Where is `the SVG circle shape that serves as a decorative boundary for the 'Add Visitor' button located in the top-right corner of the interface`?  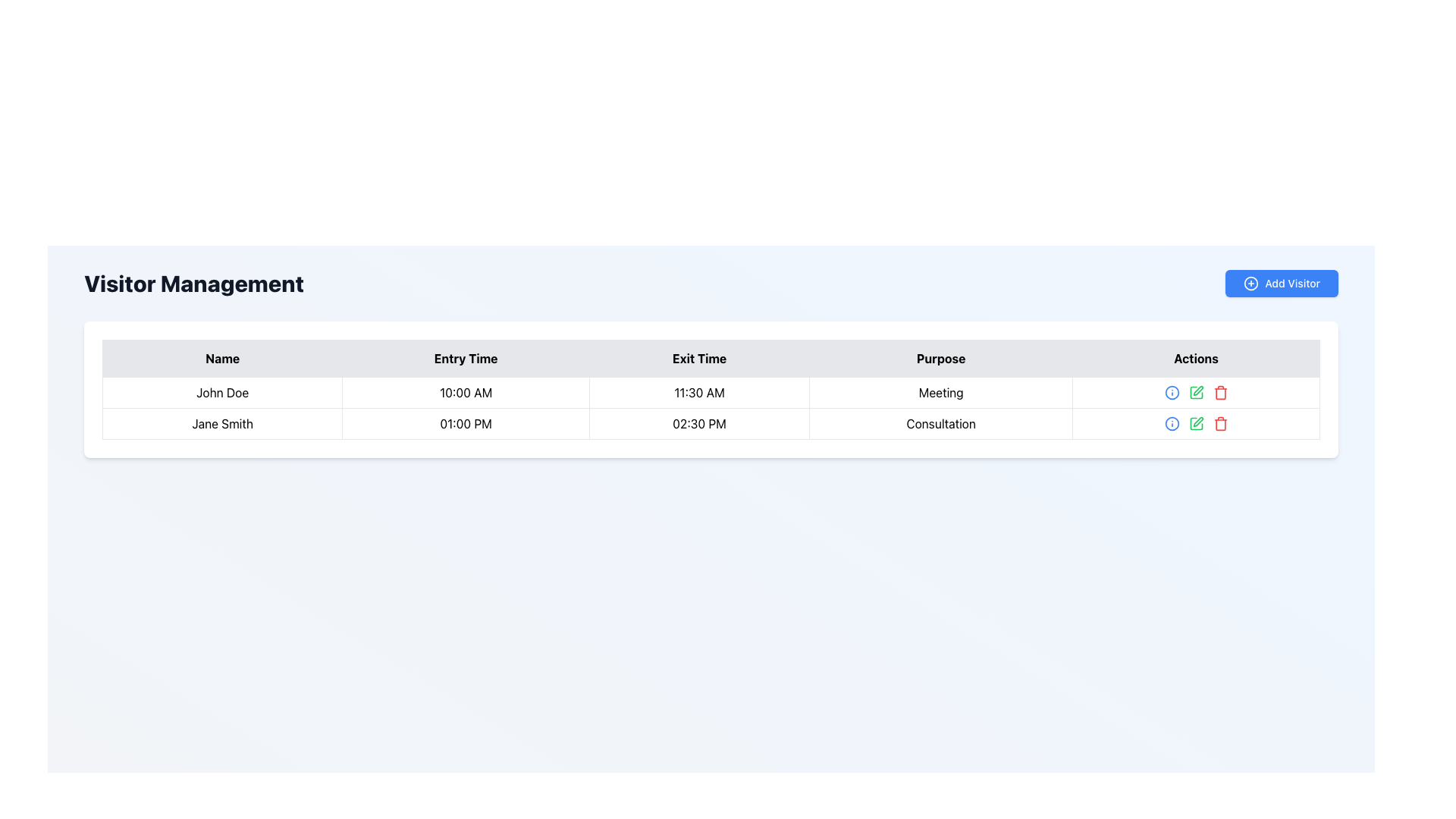 the SVG circle shape that serves as a decorative boundary for the 'Add Visitor' button located in the top-right corner of the interface is located at coordinates (1251, 284).